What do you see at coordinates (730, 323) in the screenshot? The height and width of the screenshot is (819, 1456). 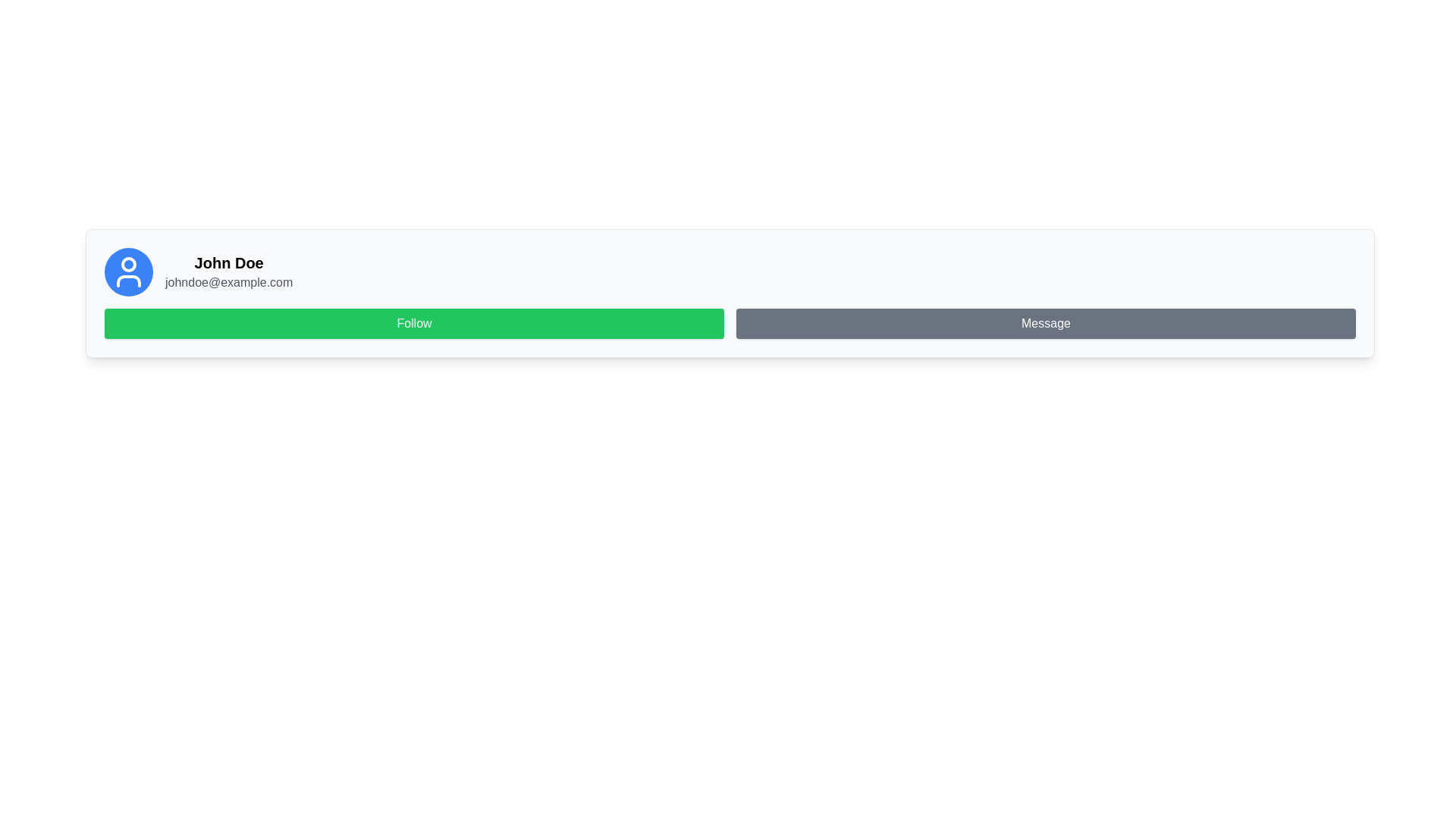 I see `the button group containing the 'Follow' and 'Message' buttons, which are styled with rounded corners and shadows, located under the user information panel for 'John Doe'` at bounding box center [730, 323].